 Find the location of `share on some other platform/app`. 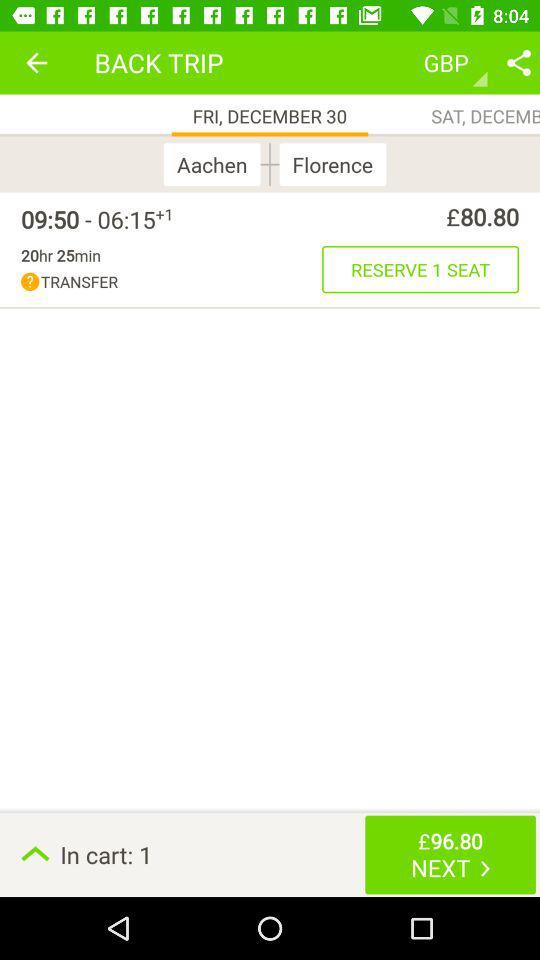

share on some other platform/app is located at coordinates (518, 62).